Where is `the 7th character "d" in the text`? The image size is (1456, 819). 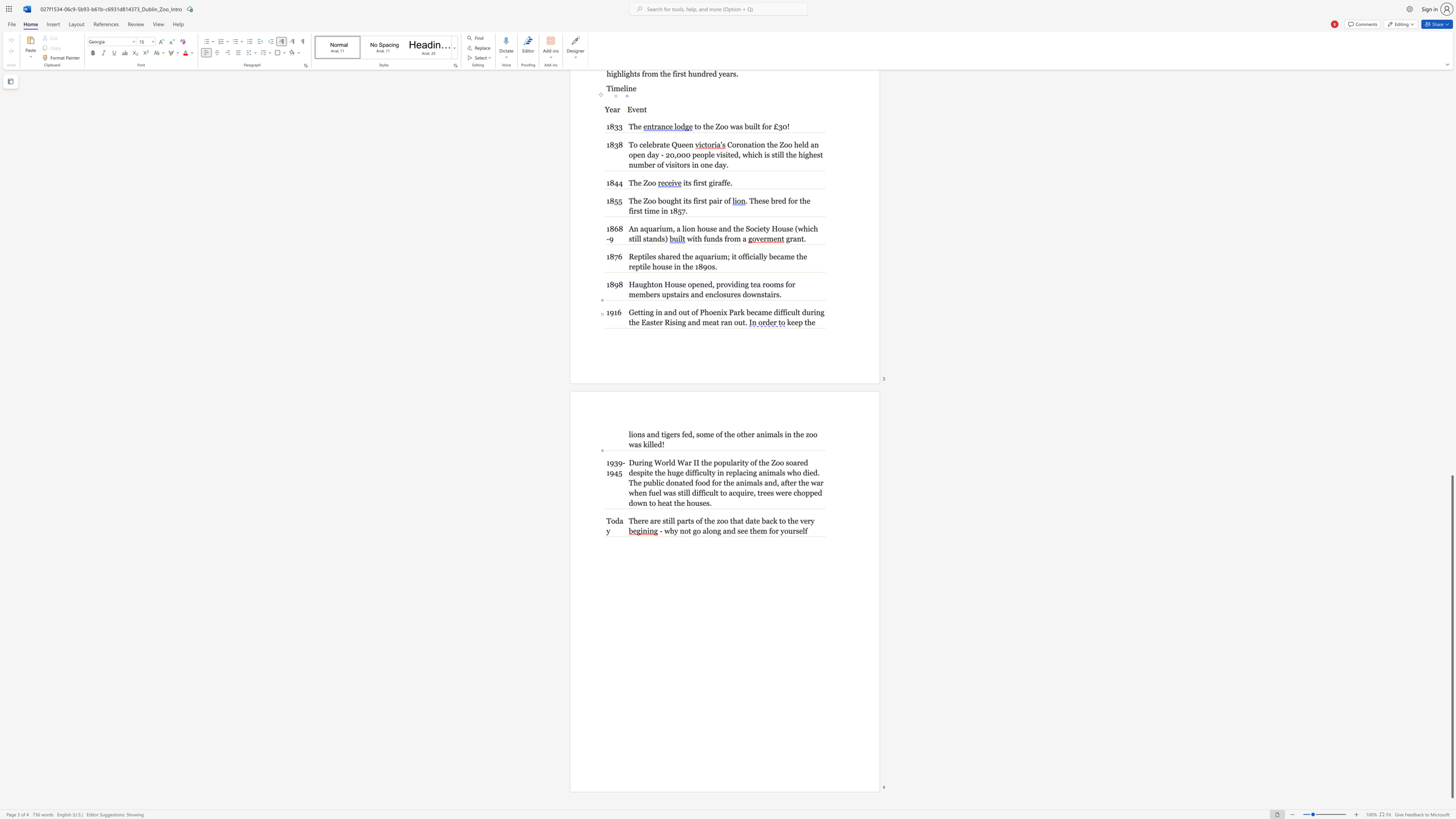
the 7th character "d" in the text is located at coordinates (668, 483).